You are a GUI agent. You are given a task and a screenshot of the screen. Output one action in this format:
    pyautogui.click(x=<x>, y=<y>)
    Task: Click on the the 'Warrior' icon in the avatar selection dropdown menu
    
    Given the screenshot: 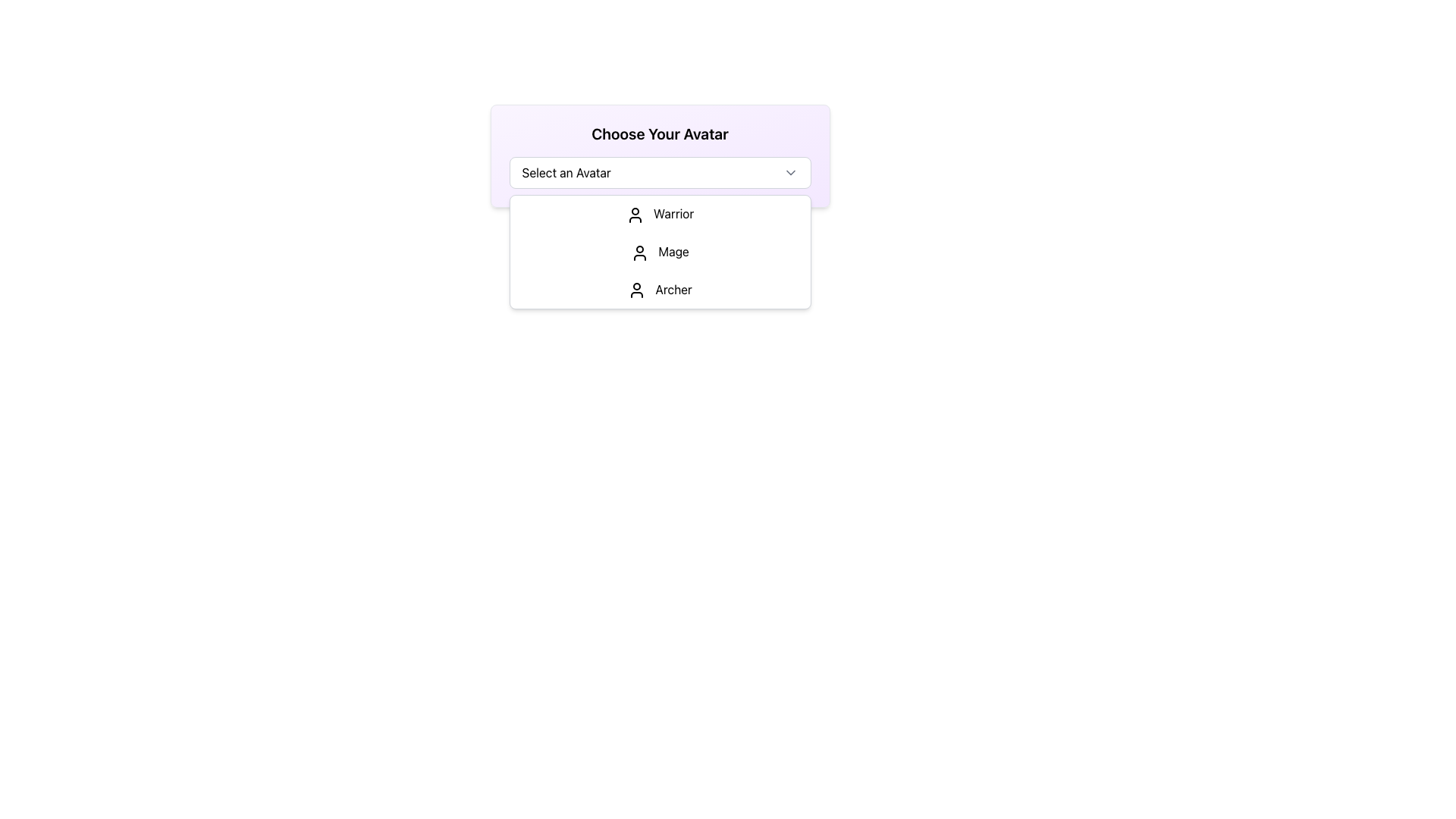 What is the action you would take?
    pyautogui.click(x=635, y=215)
    